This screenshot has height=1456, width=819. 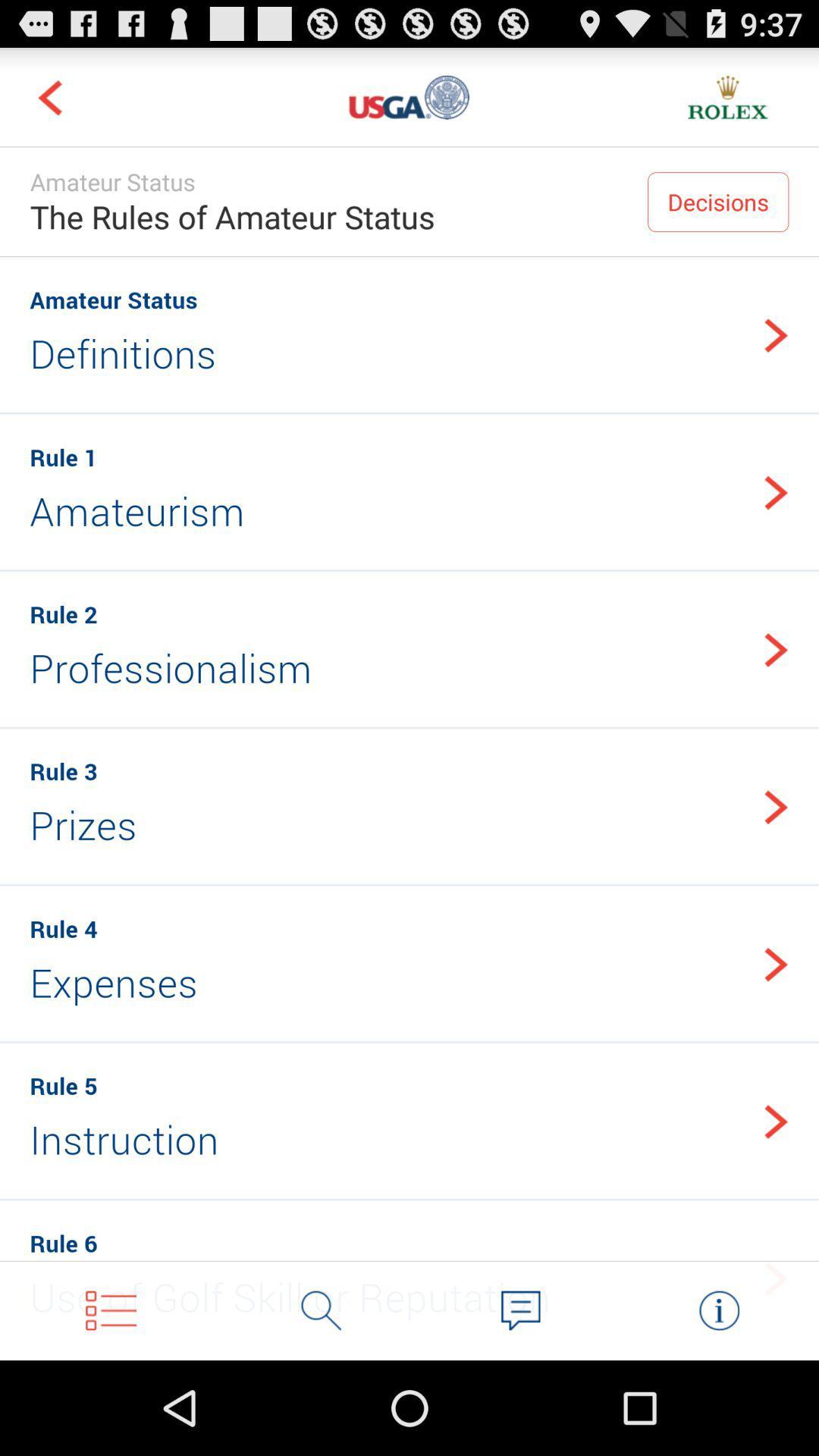 What do you see at coordinates (49, 96) in the screenshot?
I see `go back` at bounding box center [49, 96].